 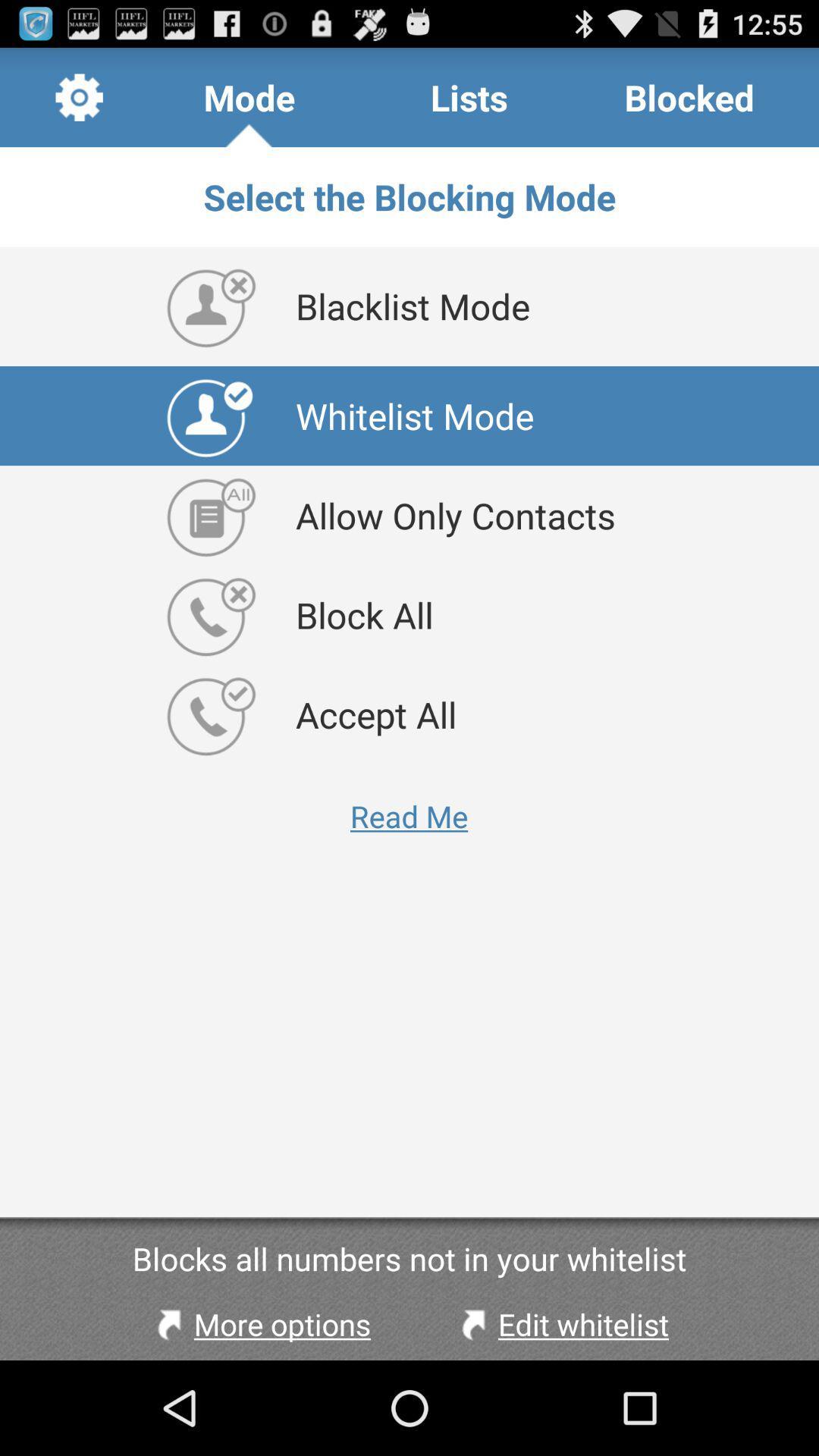 What do you see at coordinates (259, 1323) in the screenshot?
I see `more options item` at bounding box center [259, 1323].